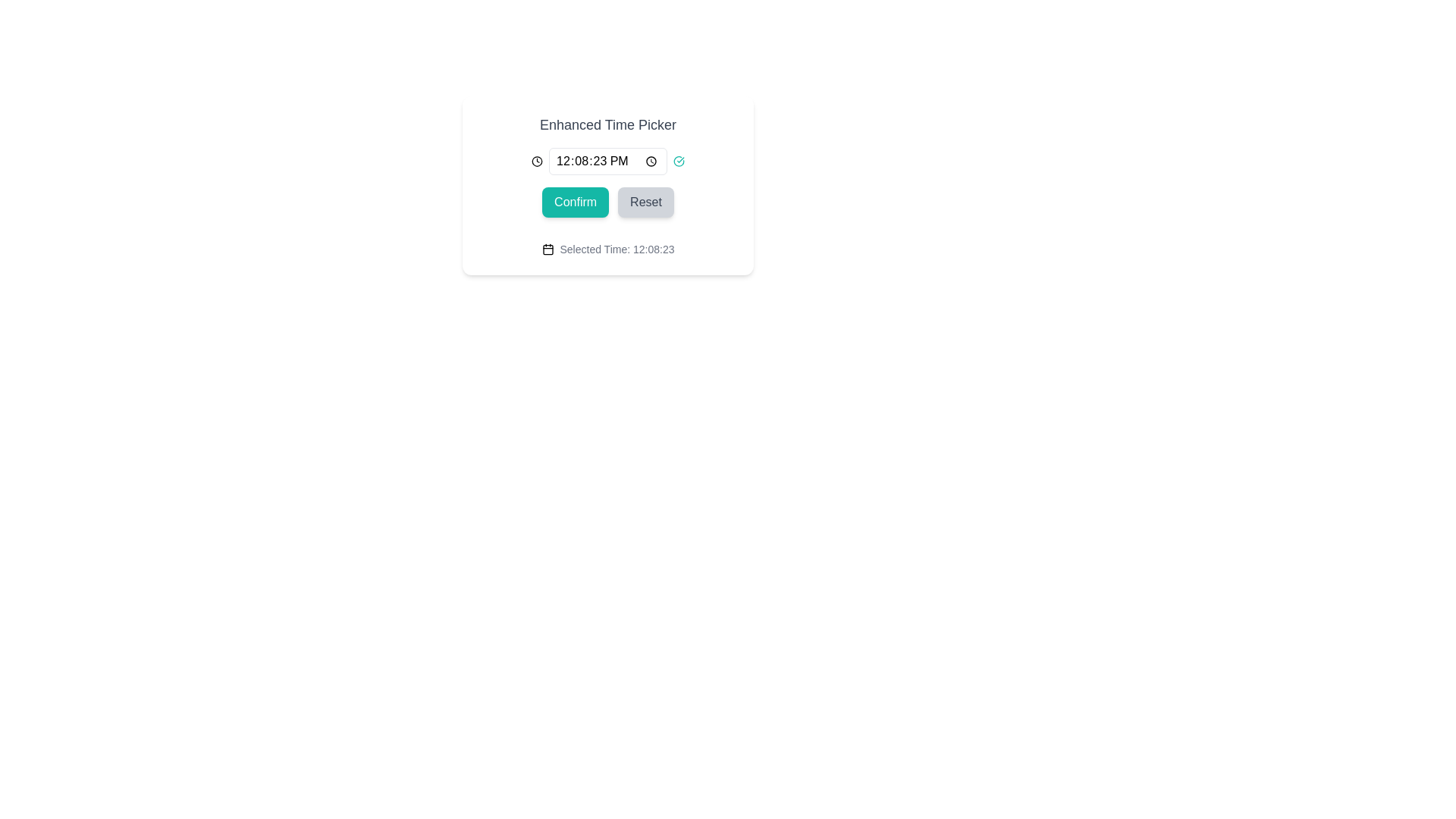 This screenshot has width=1456, height=819. Describe the element at coordinates (607, 161) in the screenshot. I see `the Time input field located in the time picker interface, positioned between the clock icon and the confirmation checkmark icon, by using the tab key` at that location.